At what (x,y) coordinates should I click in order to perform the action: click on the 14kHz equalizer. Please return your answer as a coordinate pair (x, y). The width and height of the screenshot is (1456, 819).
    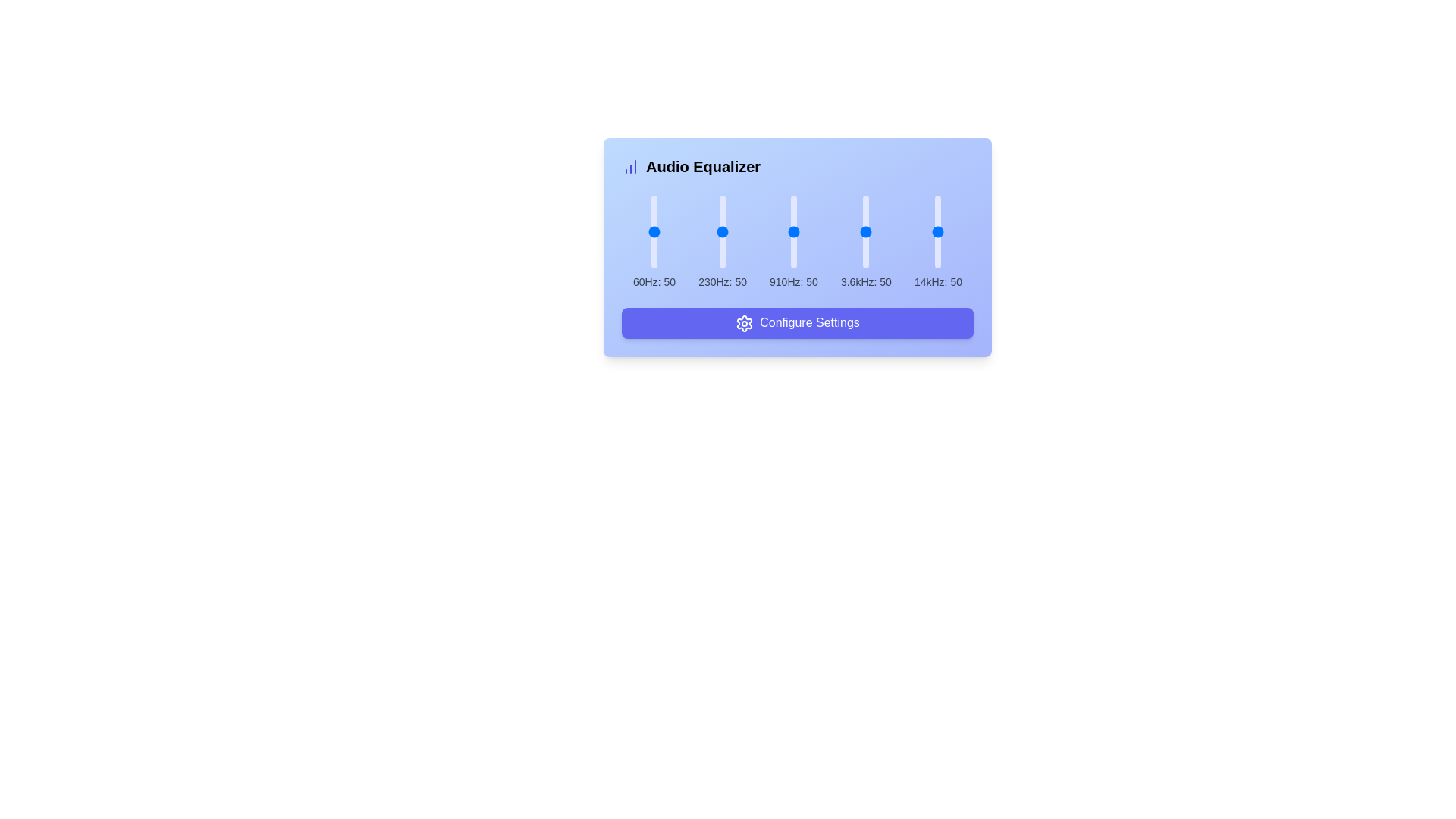
    Looking at the image, I should click on (937, 221).